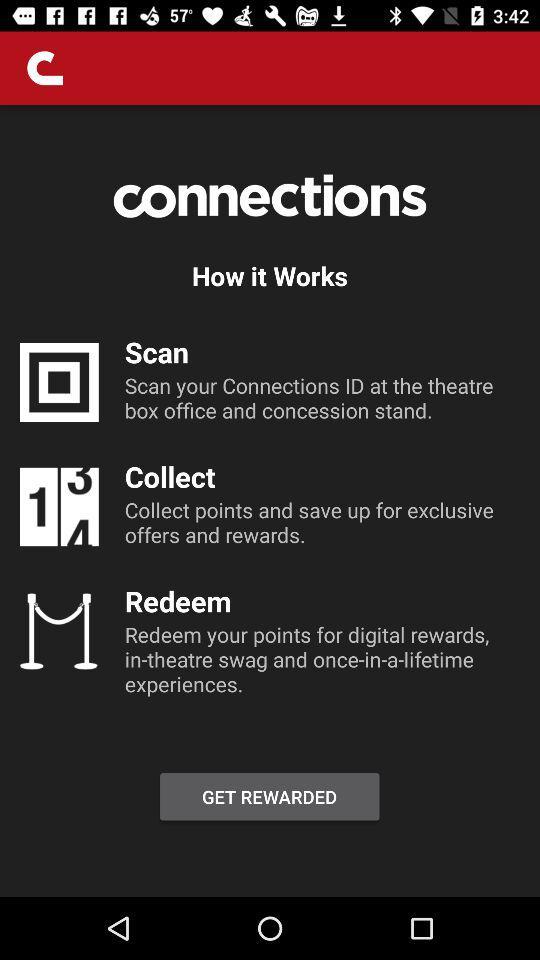 This screenshot has height=960, width=540. Describe the element at coordinates (269, 796) in the screenshot. I see `item below redeem your points item` at that location.